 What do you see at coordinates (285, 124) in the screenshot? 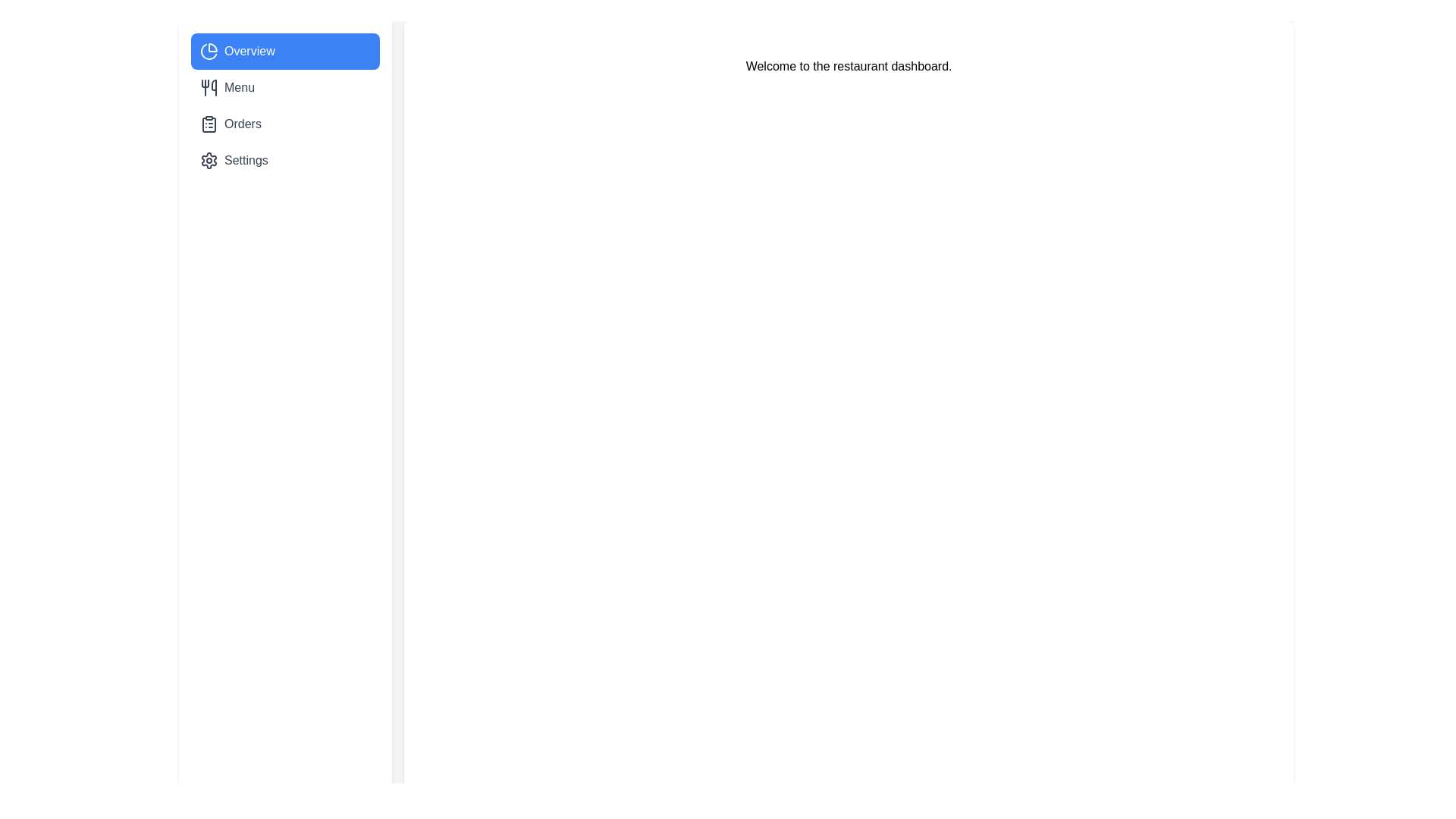
I see `the third button in the vertical list of four buttons within the 'Overview Menu Orders Settings' sidebar` at bounding box center [285, 124].